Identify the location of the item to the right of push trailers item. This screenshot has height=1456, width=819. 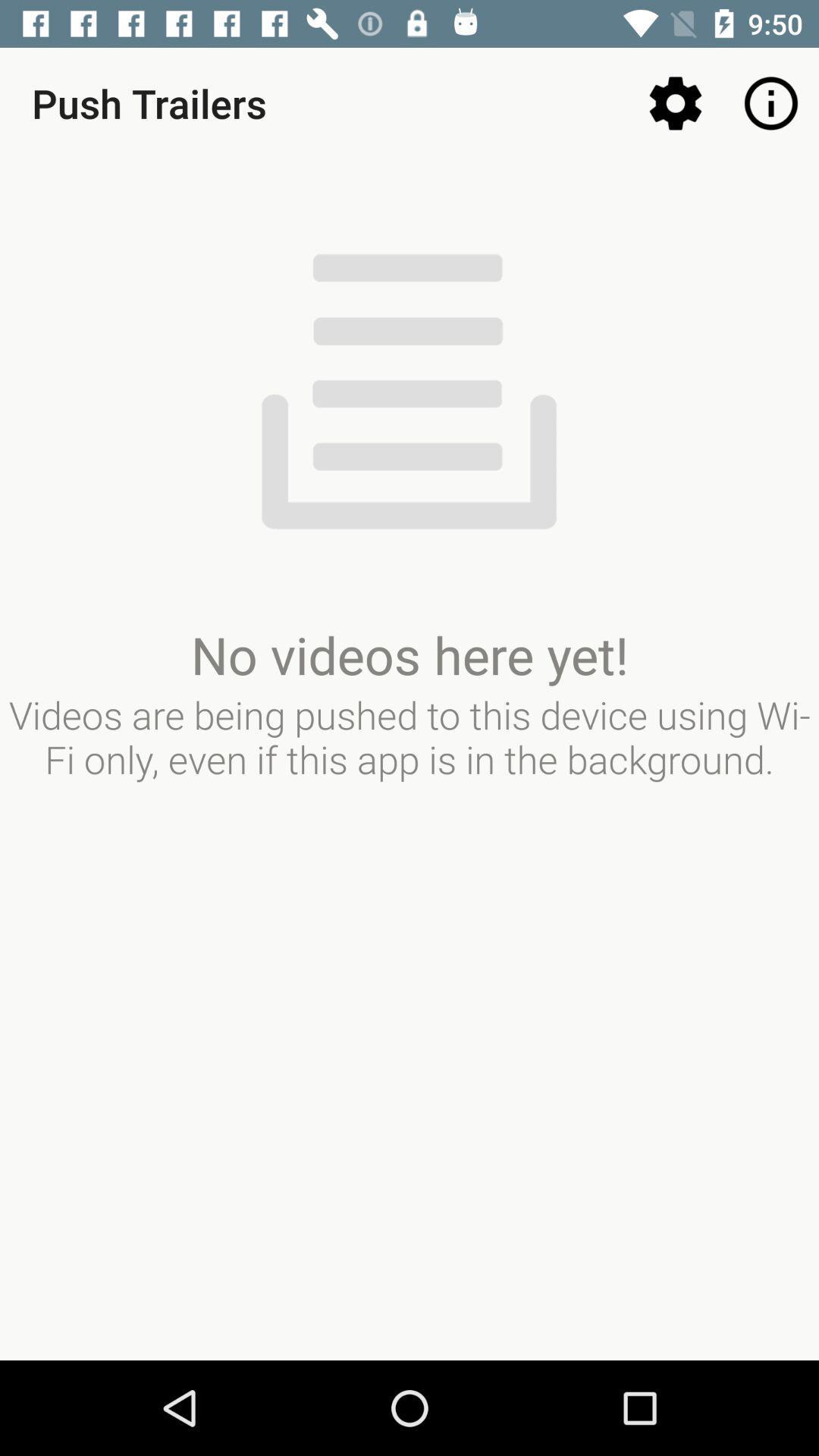
(675, 102).